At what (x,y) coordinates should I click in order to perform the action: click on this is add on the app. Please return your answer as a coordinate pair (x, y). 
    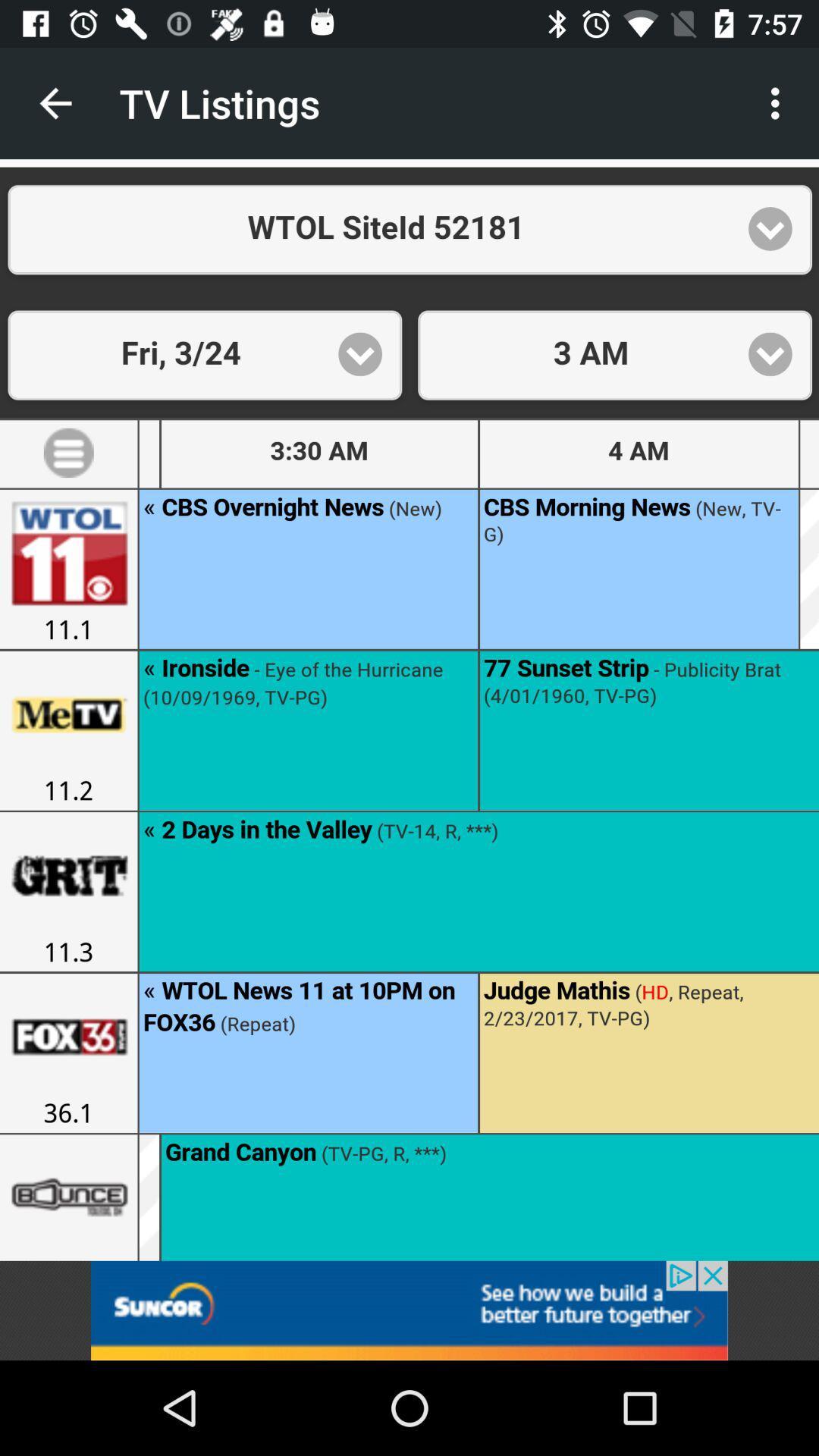
    Looking at the image, I should click on (409, 1310).